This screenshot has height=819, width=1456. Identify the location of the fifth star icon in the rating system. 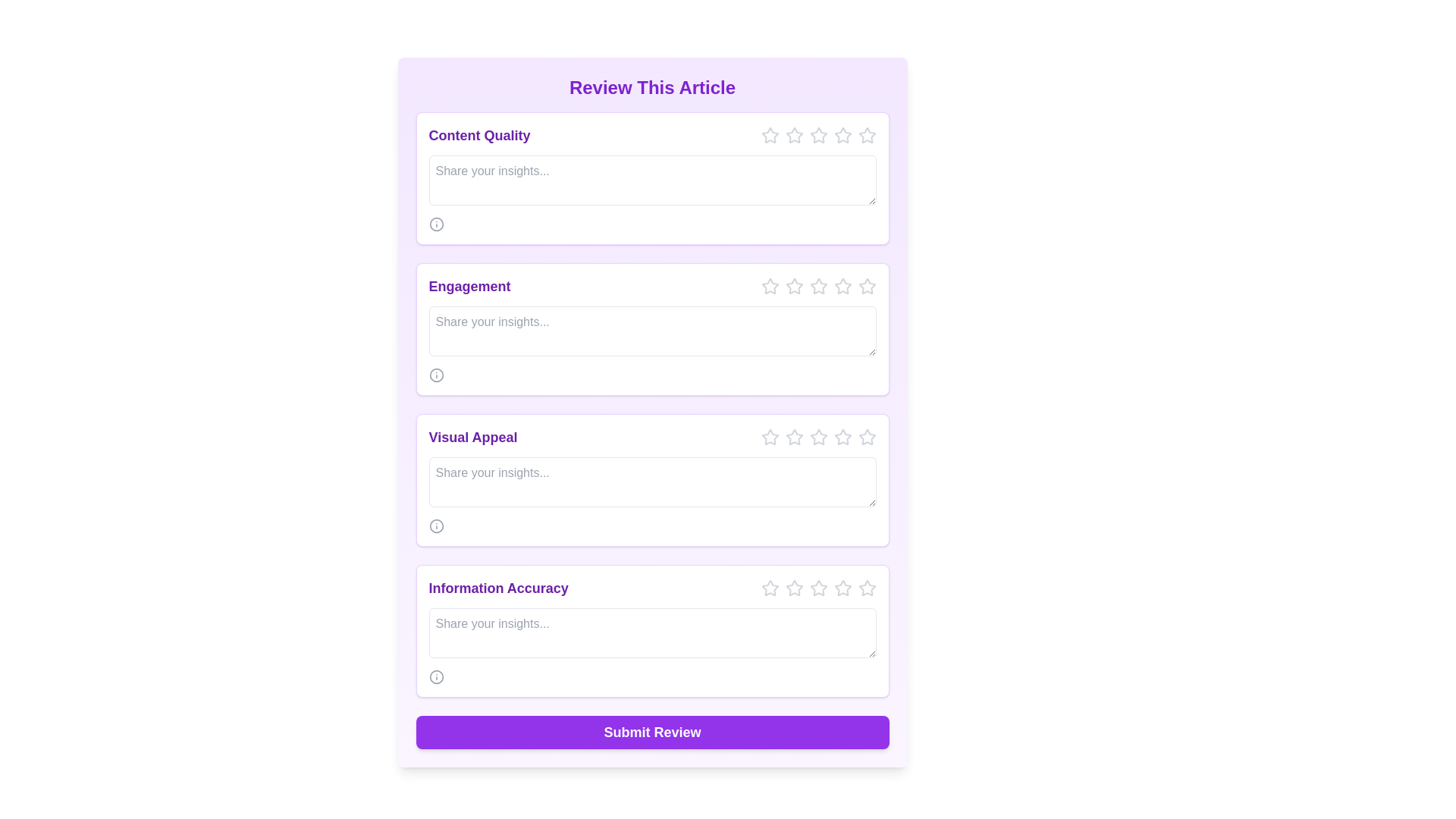
(867, 437).